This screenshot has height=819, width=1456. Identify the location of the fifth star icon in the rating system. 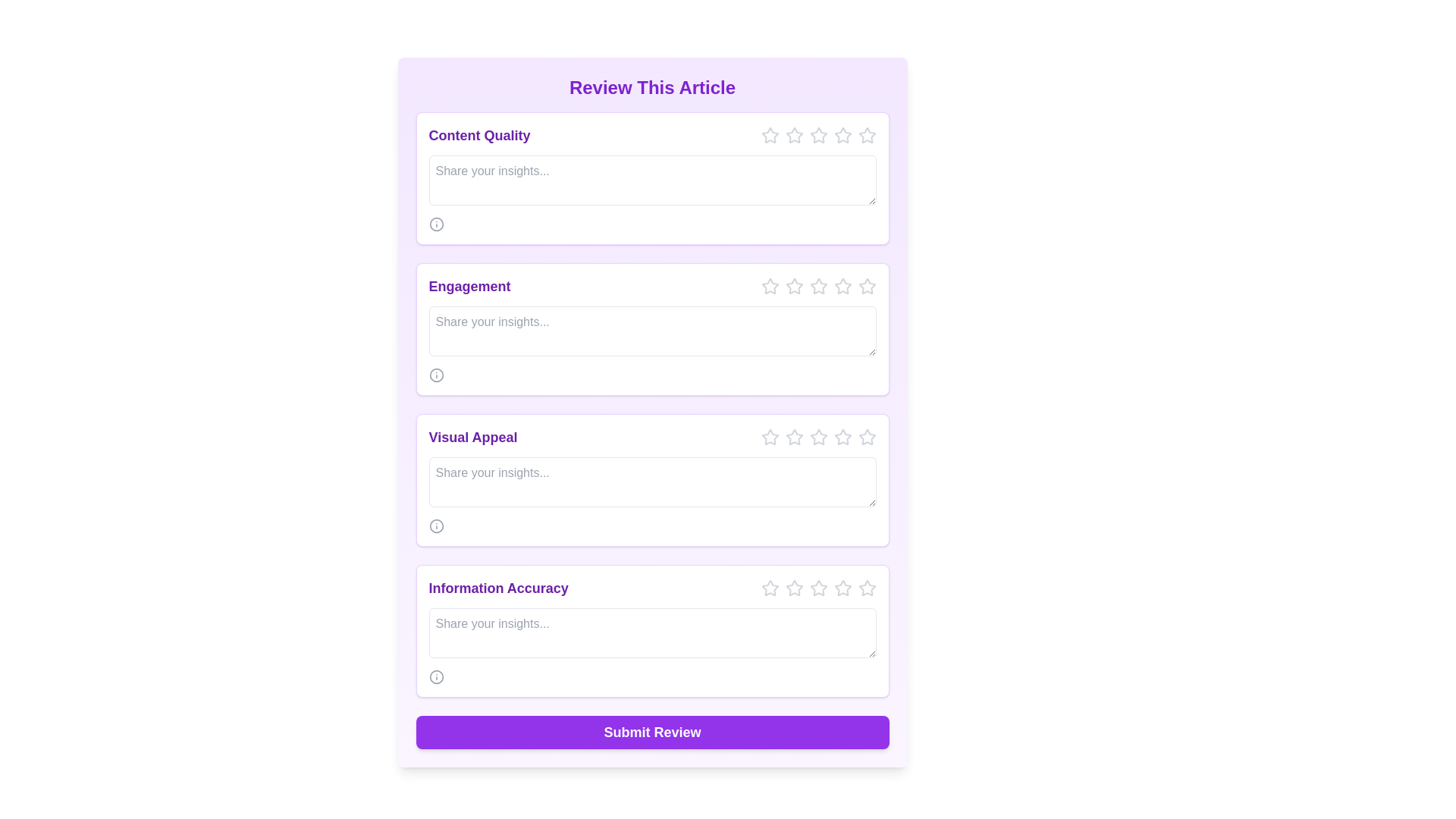
(867, 437).